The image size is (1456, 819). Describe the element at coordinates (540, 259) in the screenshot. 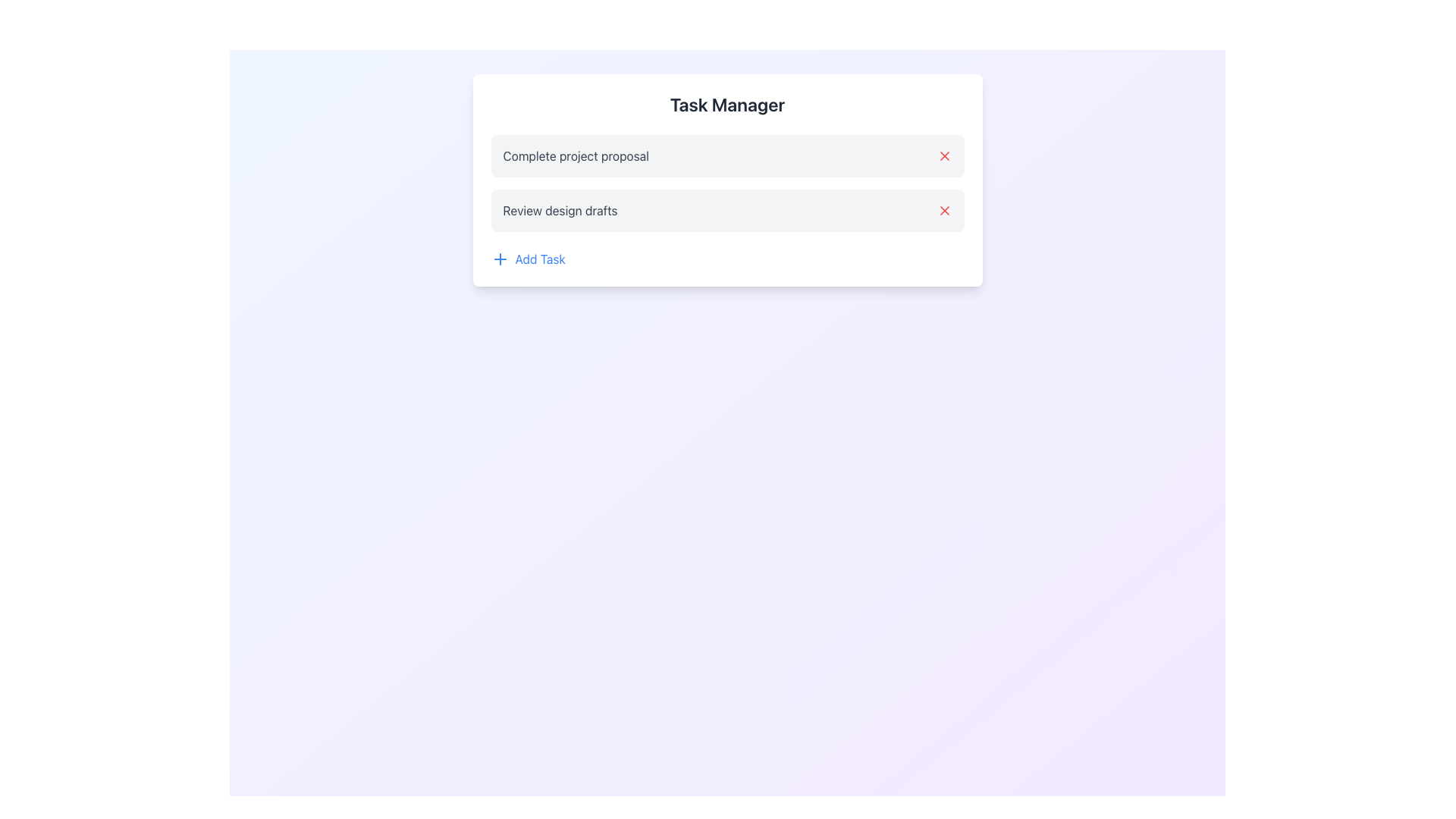

I see `the 'Add Task' text label, which is styled with a blue font and located under the 'Task Manager' title, adjacent to the '+' icon` at that location.